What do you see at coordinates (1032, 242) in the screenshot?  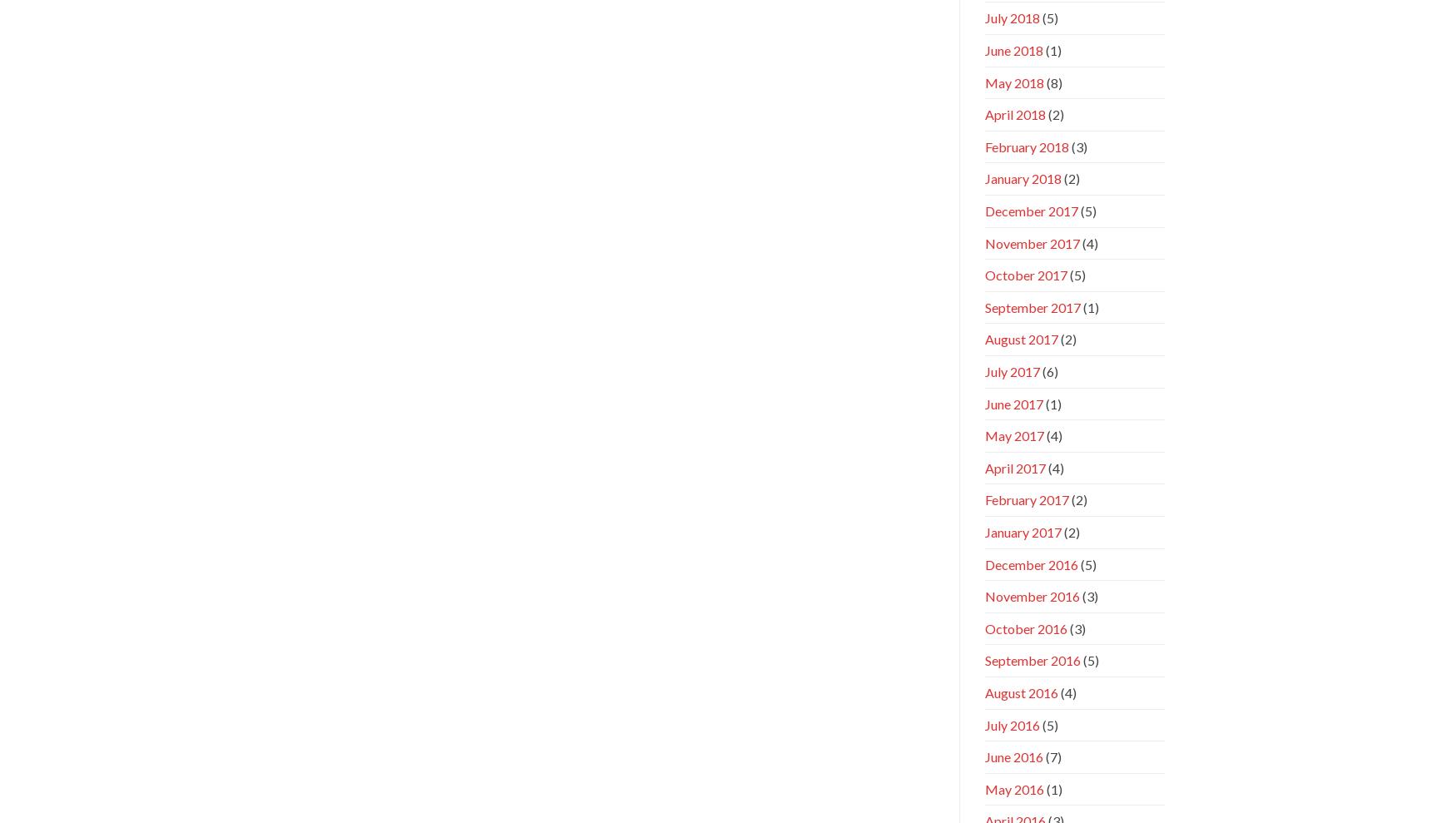 I see `'November 2017'` at bounding box center [1032, 242].